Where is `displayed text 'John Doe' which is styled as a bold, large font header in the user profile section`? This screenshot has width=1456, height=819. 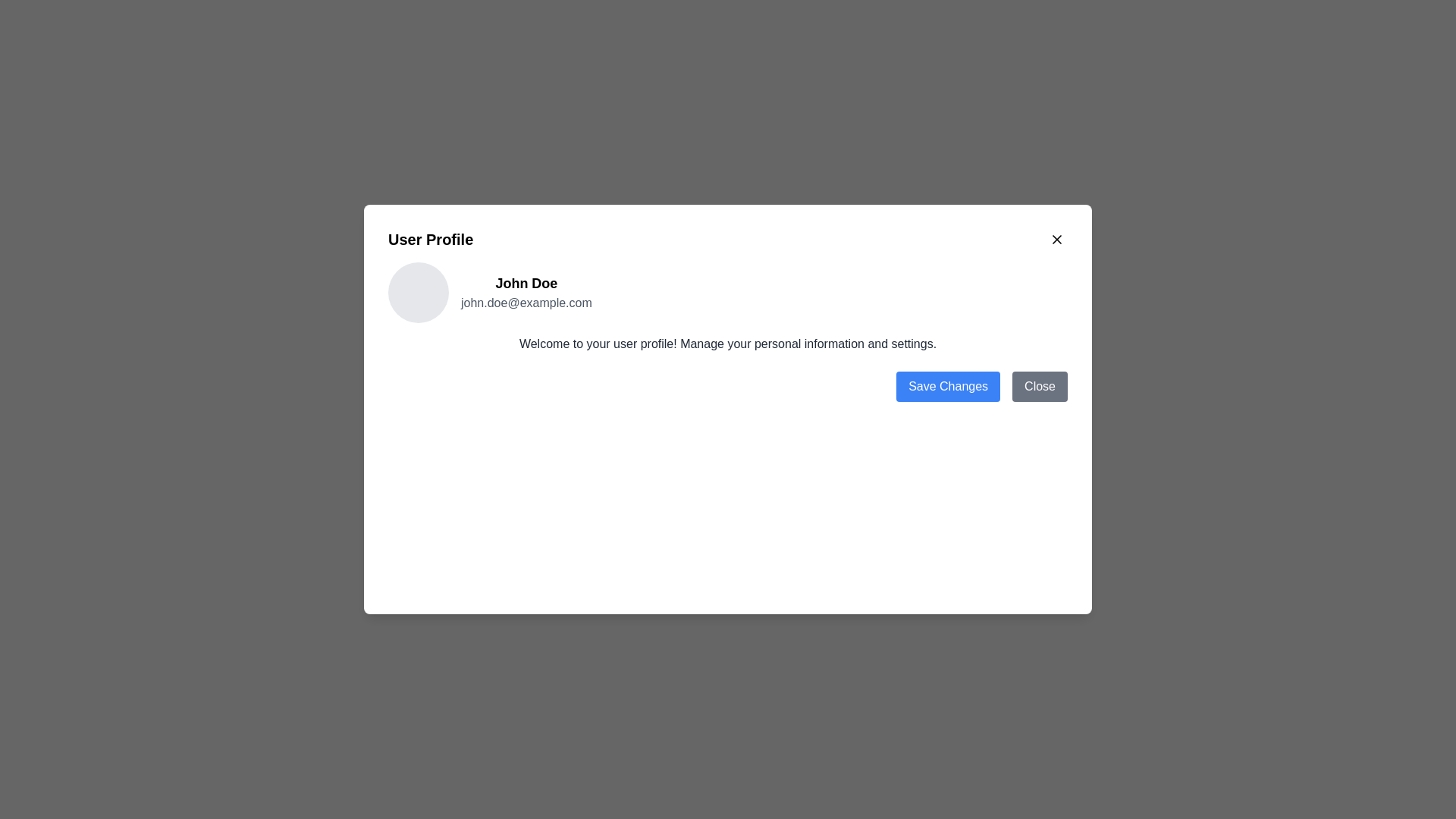 displayed text 'John Doe' which is styled as a bold, large font header in the user profile section is located at coordinates (526, 284).